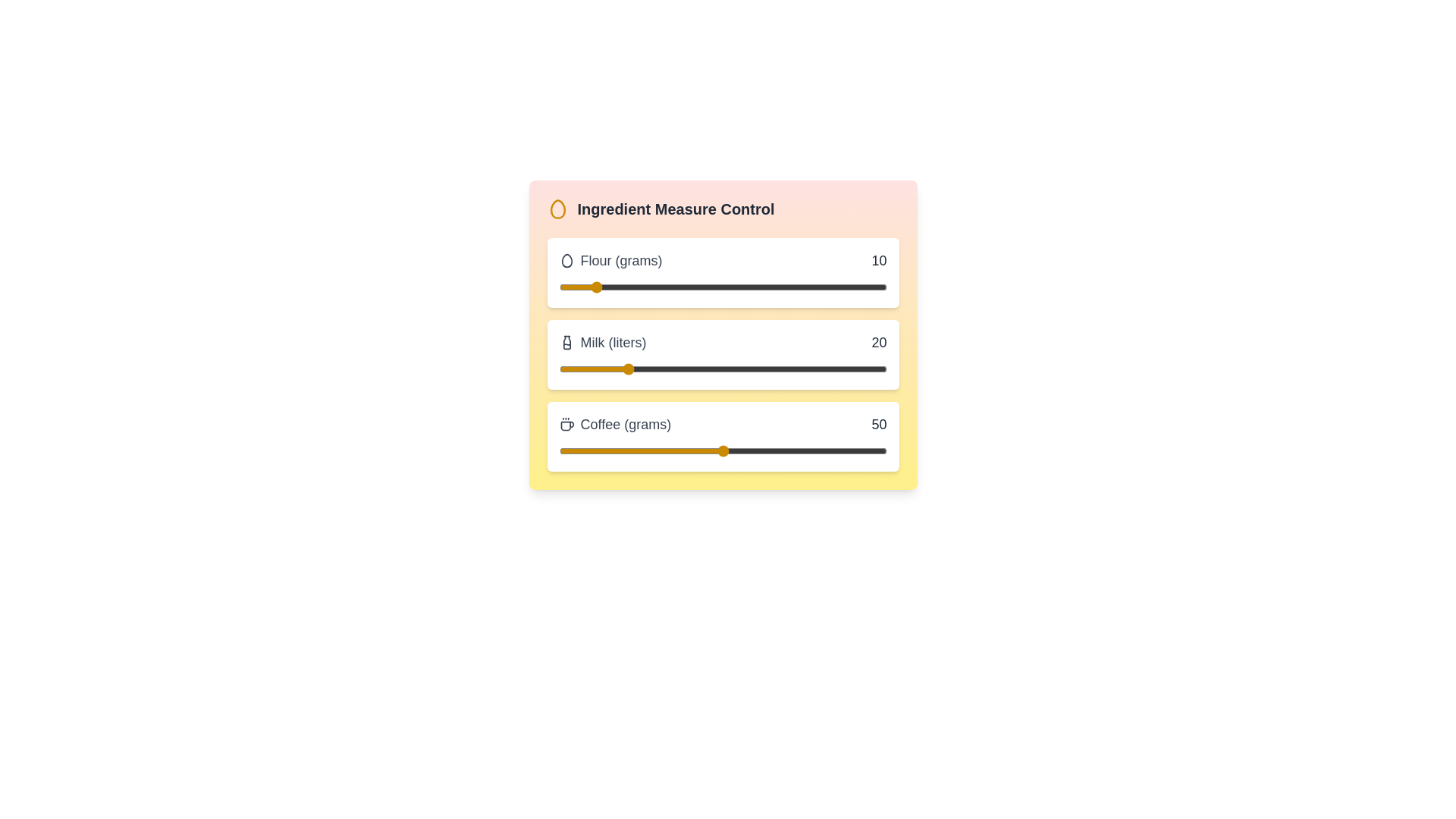  Describe the element at coordinates (611, 287) in the screenshot. I see `ingredient measurement` at that location.